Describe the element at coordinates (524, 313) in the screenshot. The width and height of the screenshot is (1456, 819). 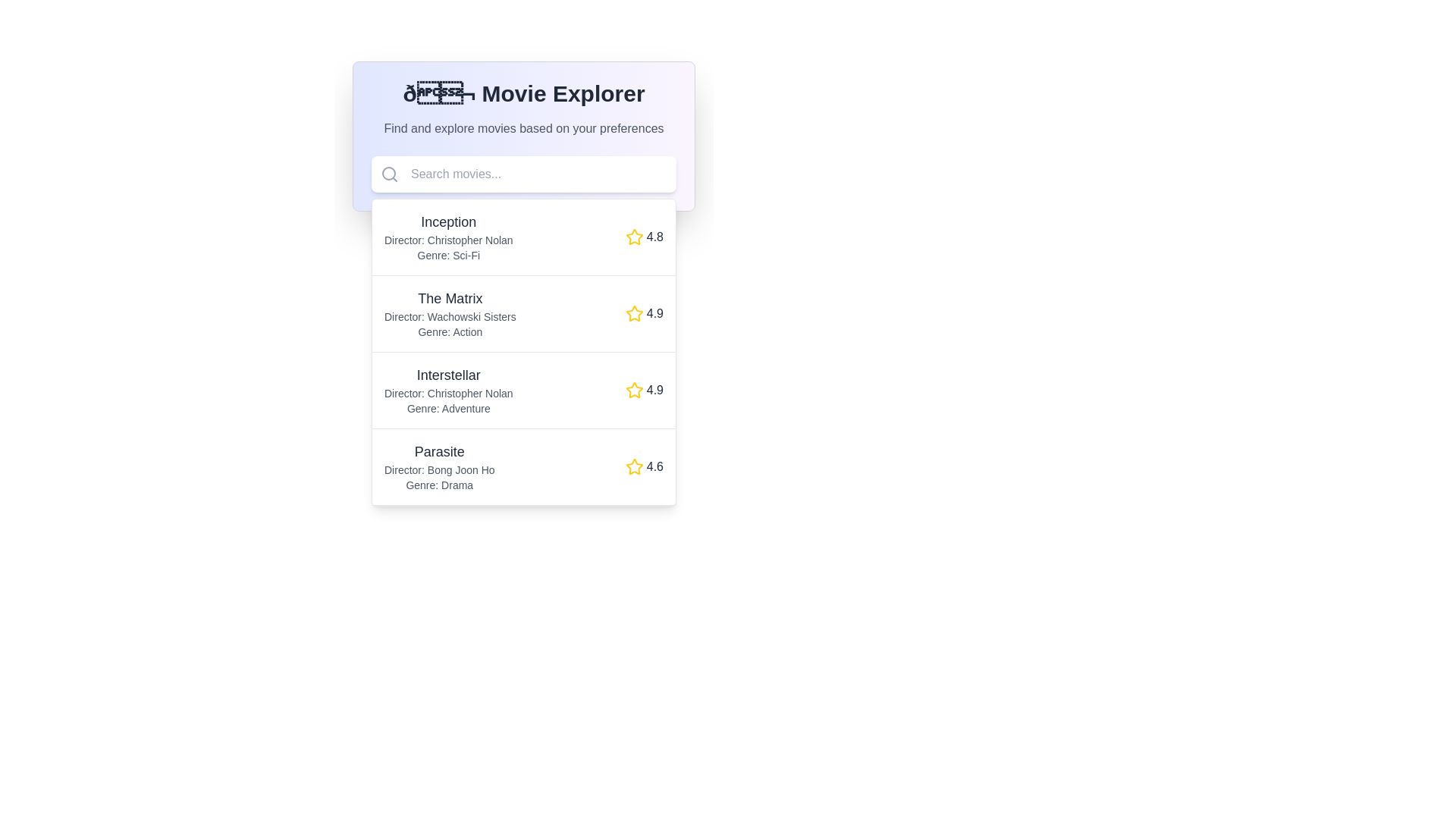
I see `the list item containing the title 'The Matrix', which includes metadata such as the director and genre, located in the dropdown panel` at that location.